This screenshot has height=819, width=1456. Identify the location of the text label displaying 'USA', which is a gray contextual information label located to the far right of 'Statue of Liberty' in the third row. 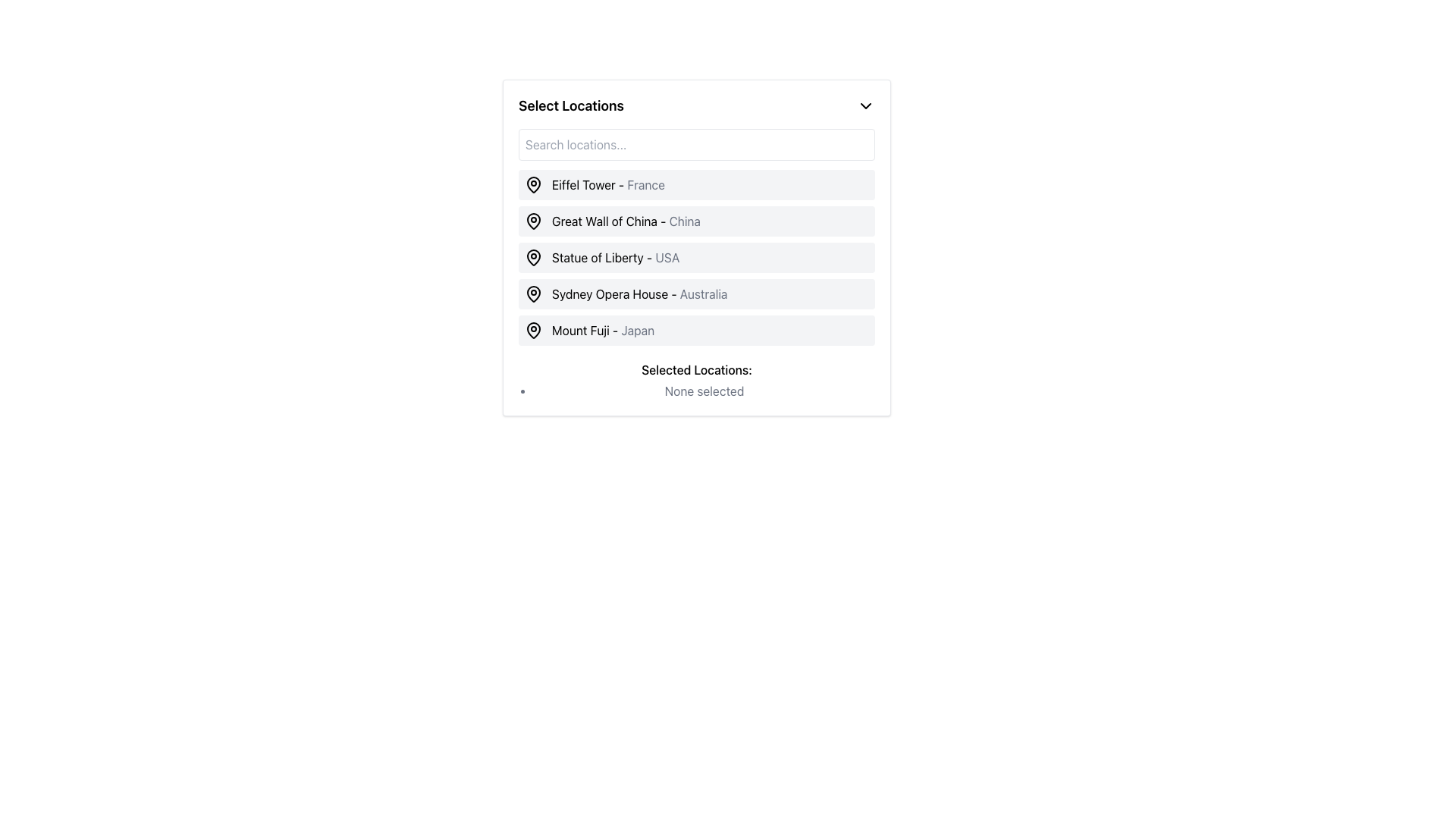
(667, 256).